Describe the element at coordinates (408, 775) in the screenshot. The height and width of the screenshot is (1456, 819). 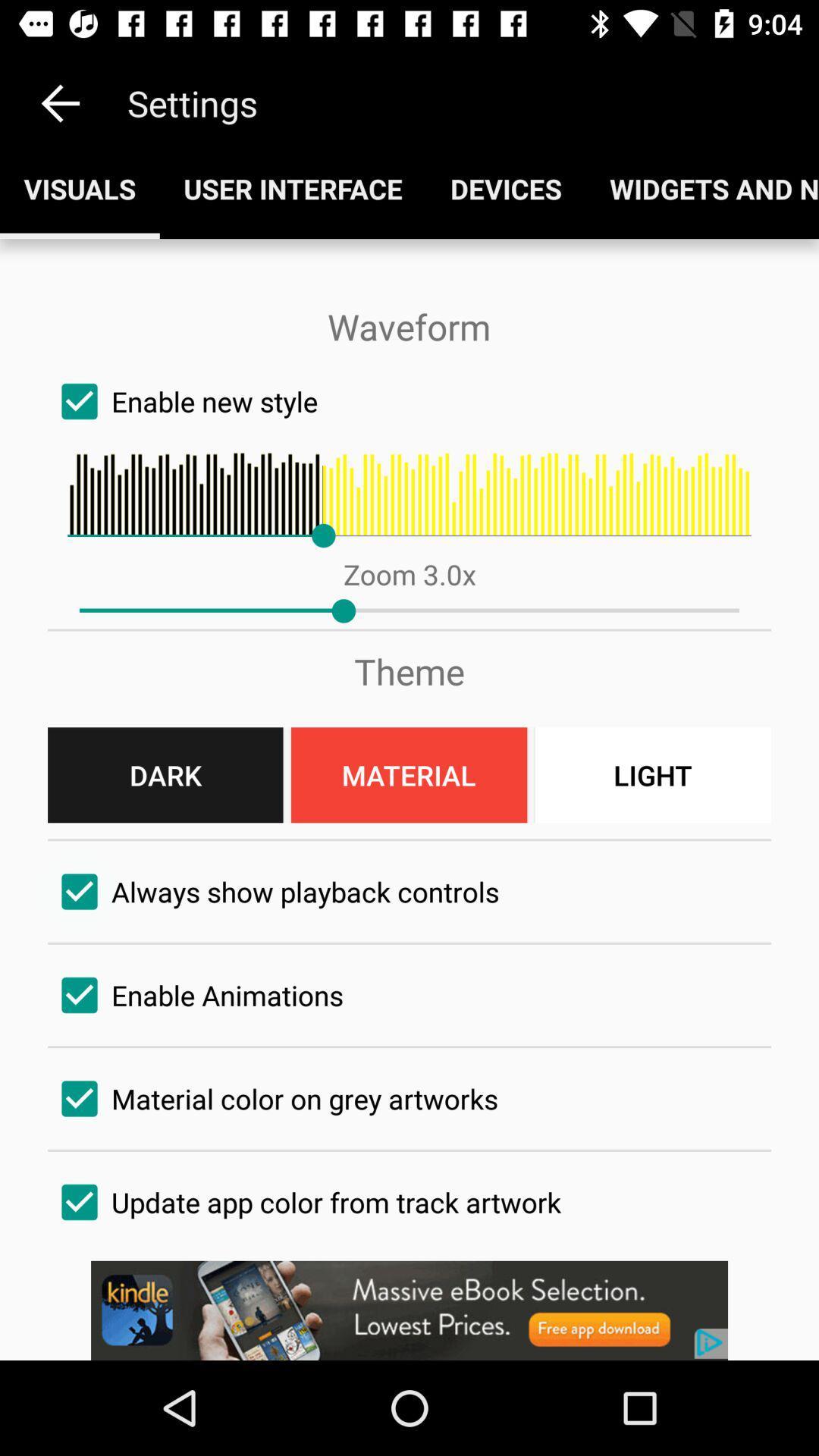
I see `the red color button` at that location.